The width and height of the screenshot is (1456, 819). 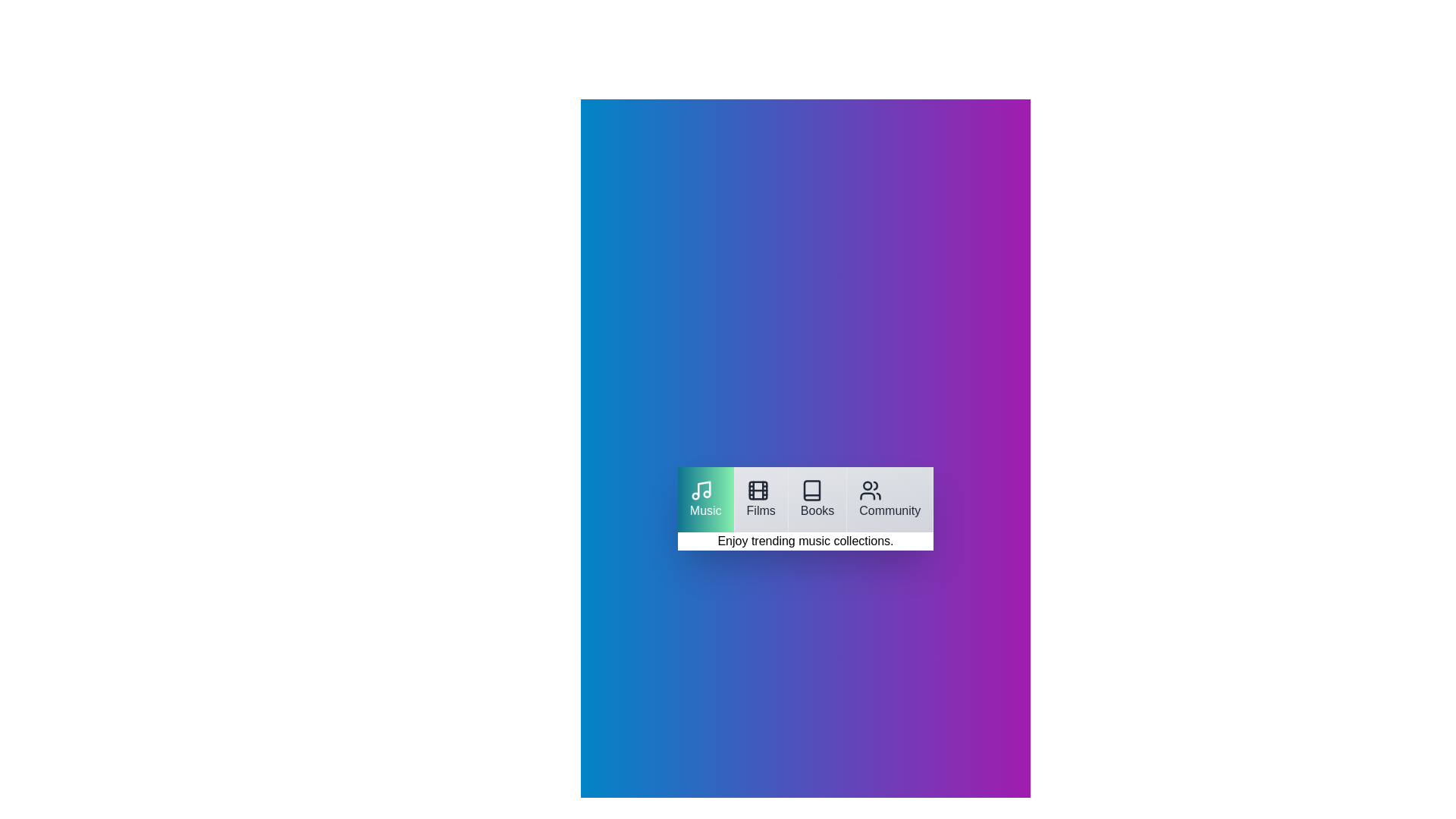 I want to click on the Navigation Button located between 'Films' and 'Community', so click(x=817, y=500).